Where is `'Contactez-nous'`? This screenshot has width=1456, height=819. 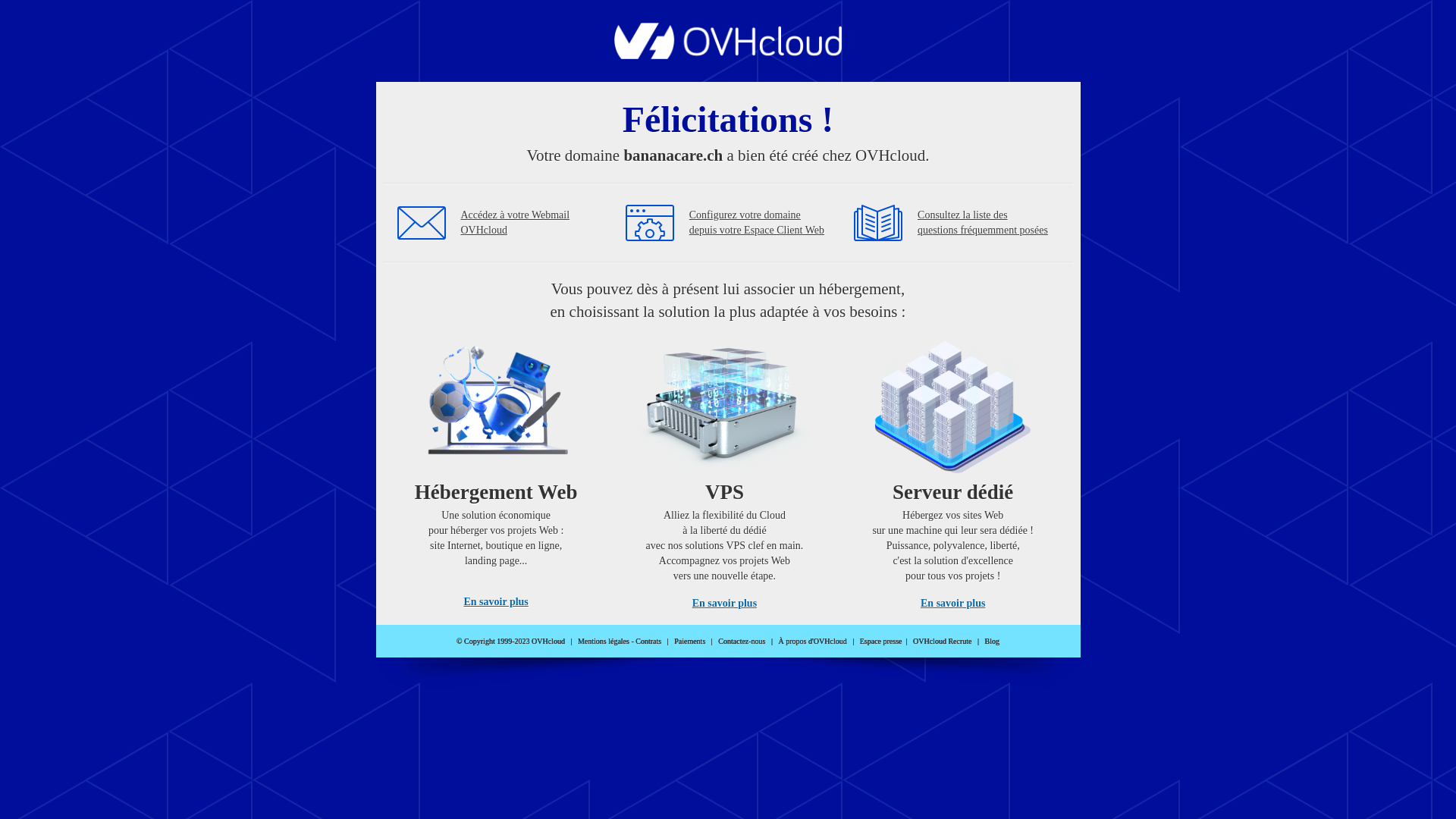
'Contactez-nous' is located at coordinates (742, 641).